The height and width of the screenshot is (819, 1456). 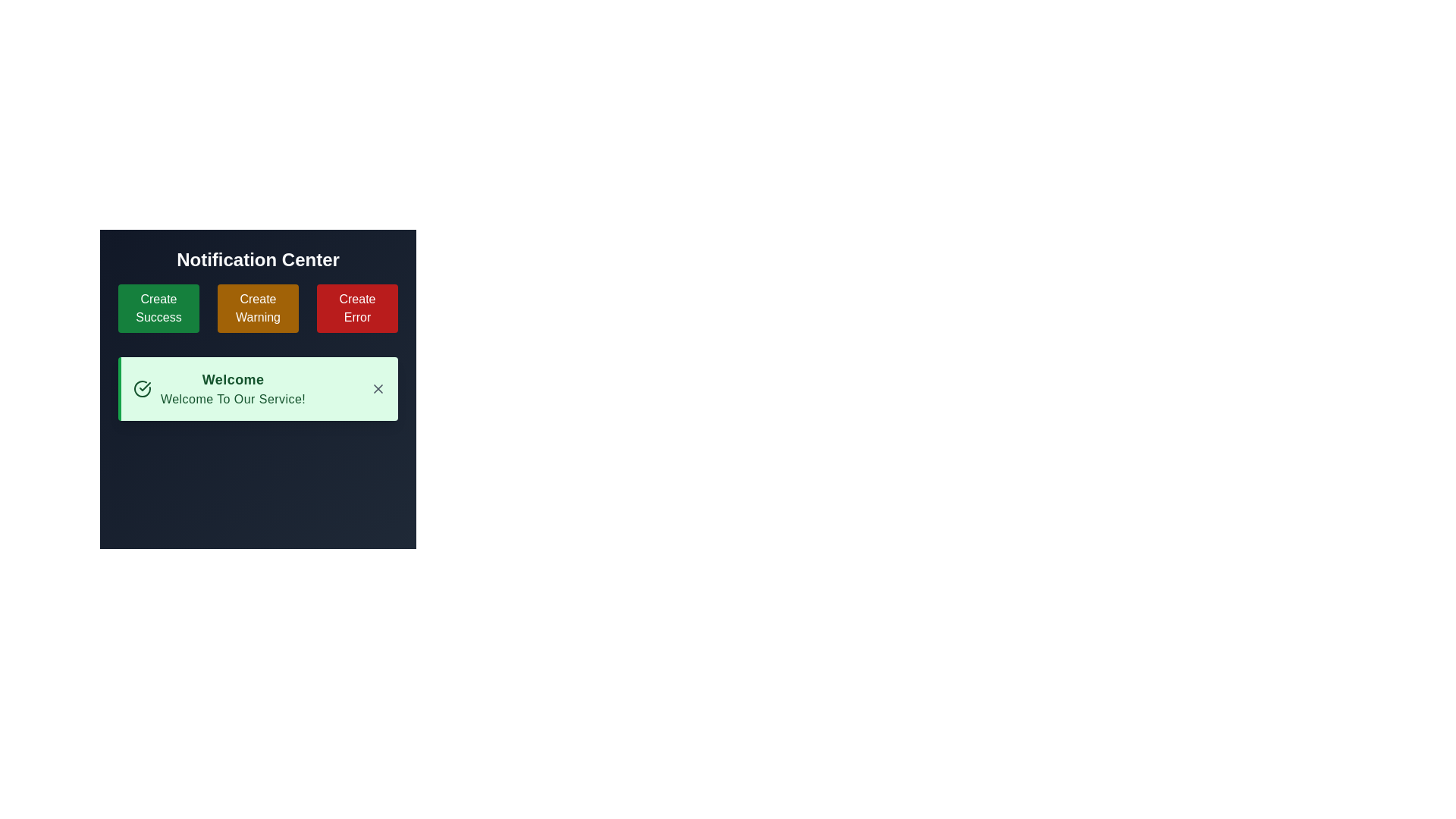 I want to click on the text label displaying 'Welcome to our service!' which is styled in thin dark green letters on a pastel green background, located in the notification card below the bold 'Welcome' text, so click(x=232, y=399).